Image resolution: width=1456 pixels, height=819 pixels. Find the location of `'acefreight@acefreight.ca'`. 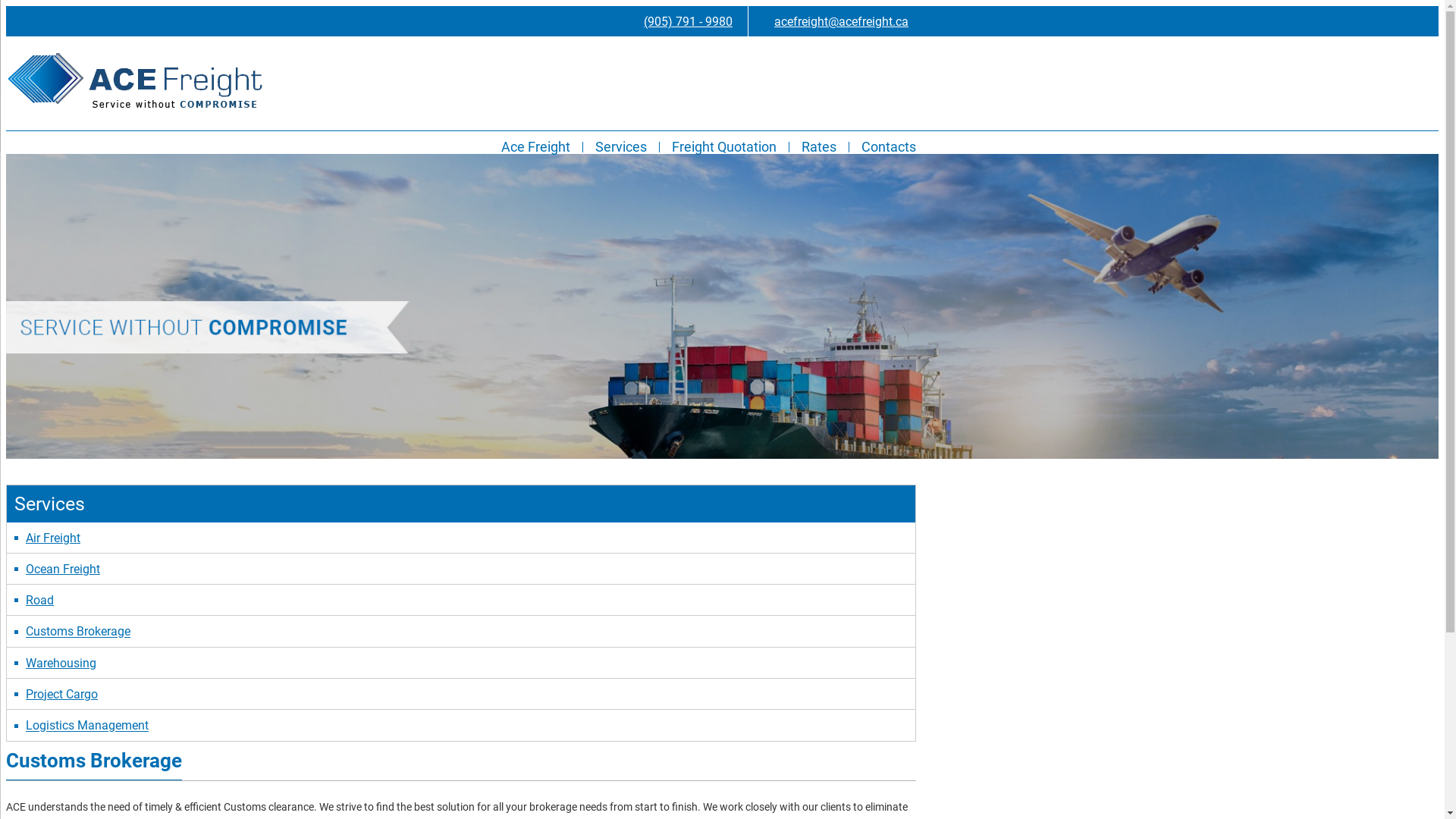

'acefreight@acefreight.ca' is located at coordinates (833, 21).